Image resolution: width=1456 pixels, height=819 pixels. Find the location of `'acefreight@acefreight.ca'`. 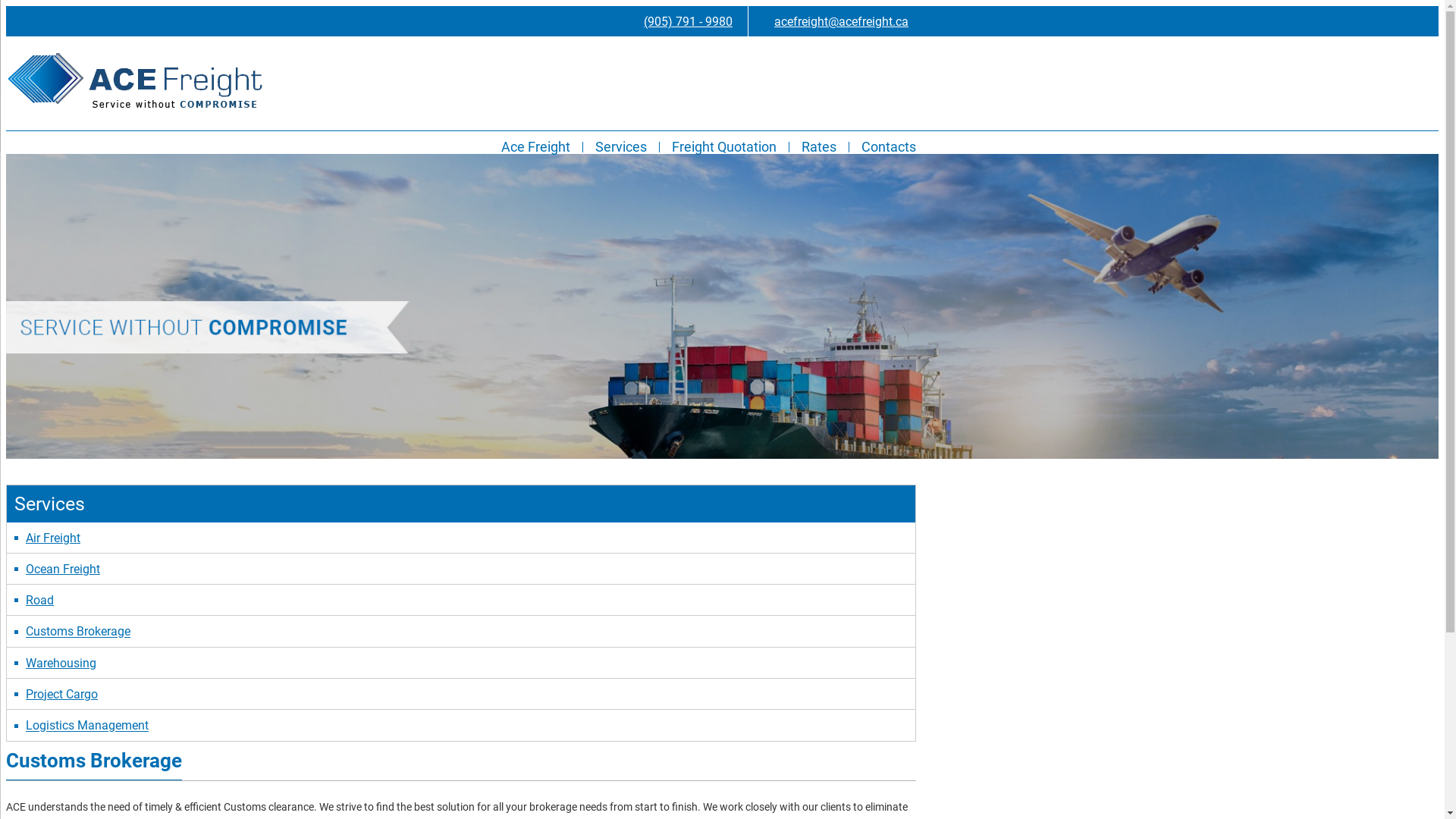

'acefreight@acefreight.ca' is located at coordinates (833, 21).